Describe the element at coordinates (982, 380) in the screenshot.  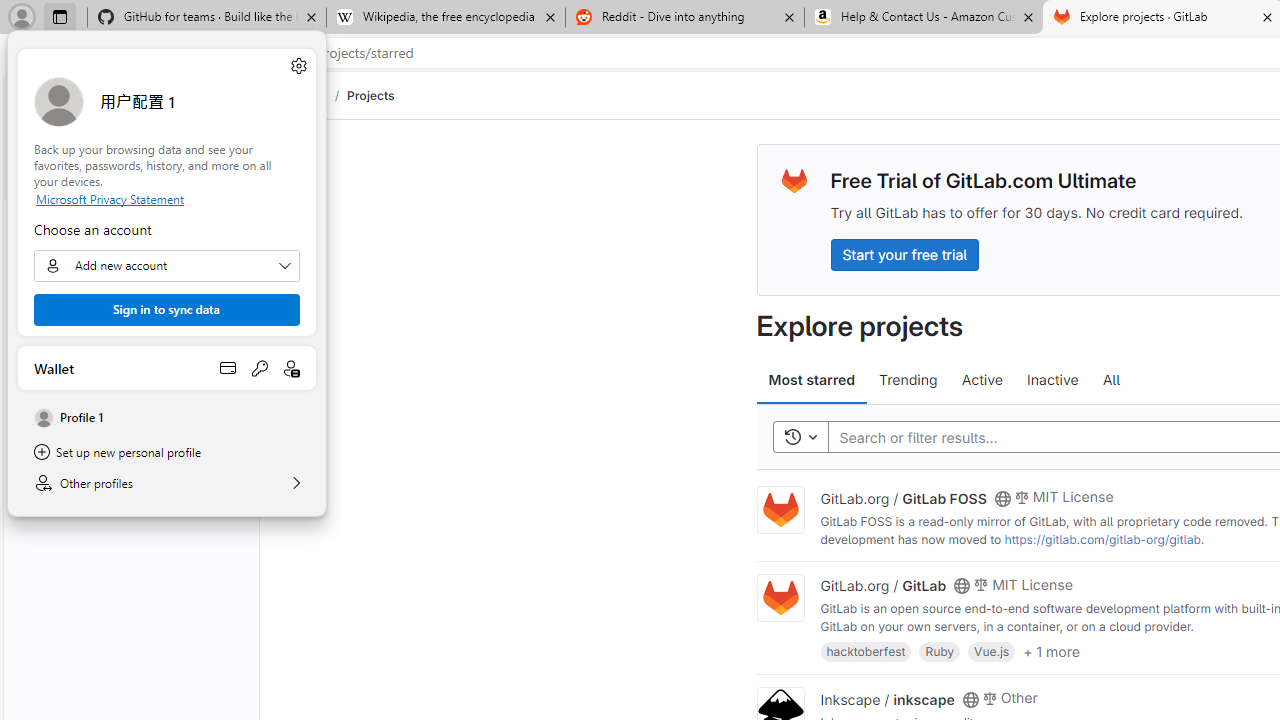
I see `'Active'` at that location.